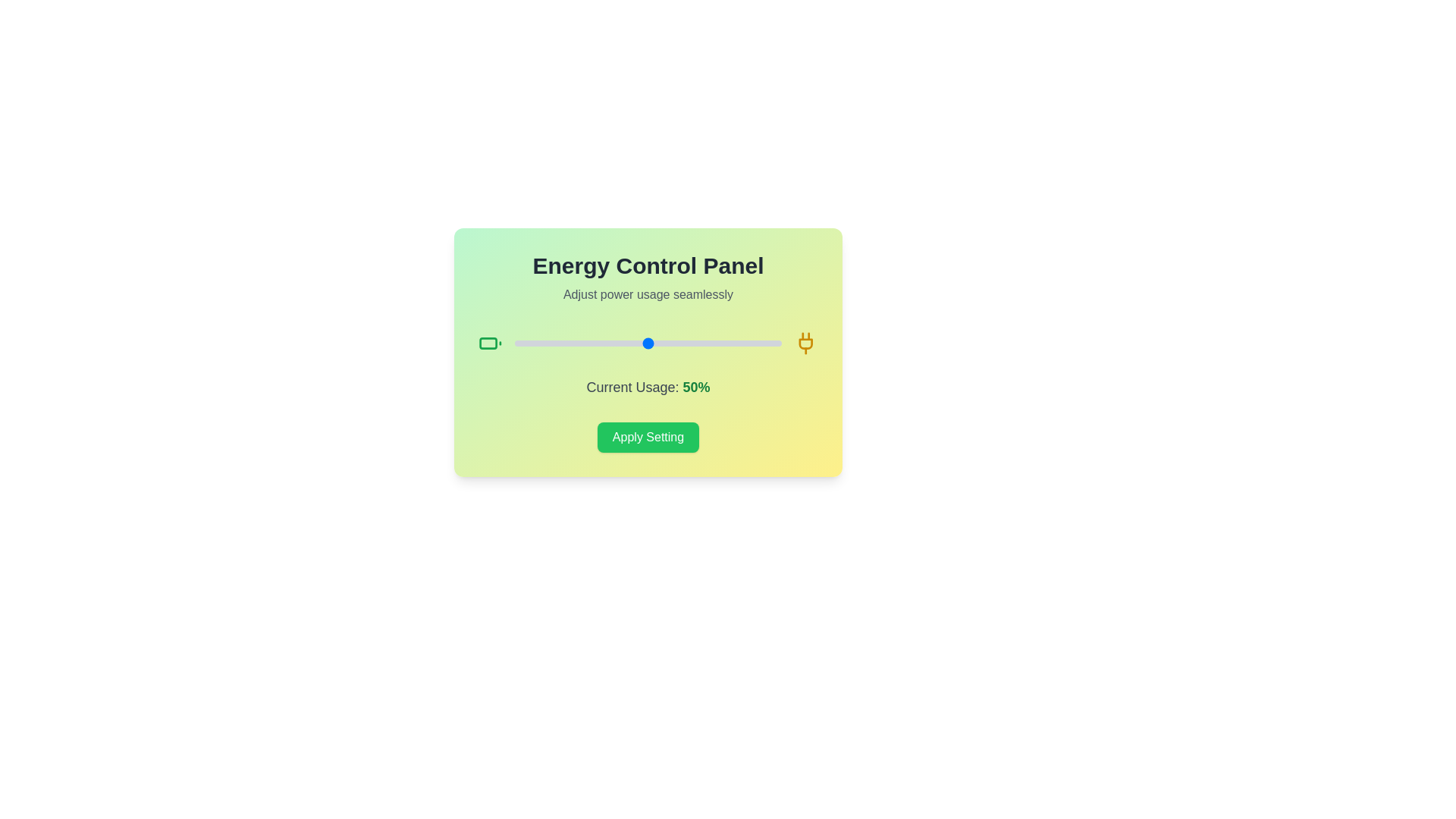  Describe the element at coordinates (594, 343) in the screenshot. I see `the slider` at that location.